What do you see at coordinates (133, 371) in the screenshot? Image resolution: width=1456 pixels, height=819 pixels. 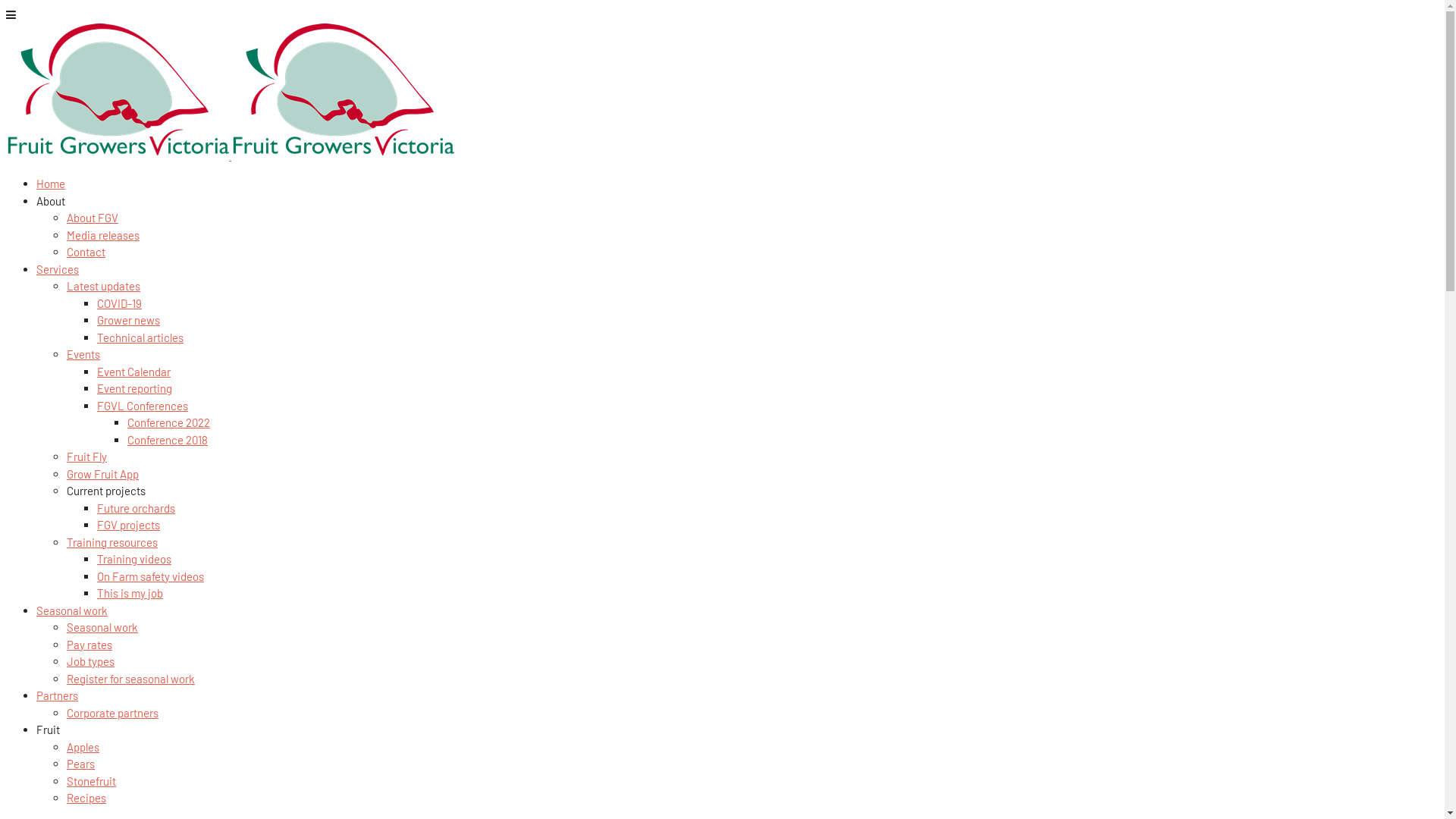 I see `'Event Calendar'` at bounding box center [133, 371].